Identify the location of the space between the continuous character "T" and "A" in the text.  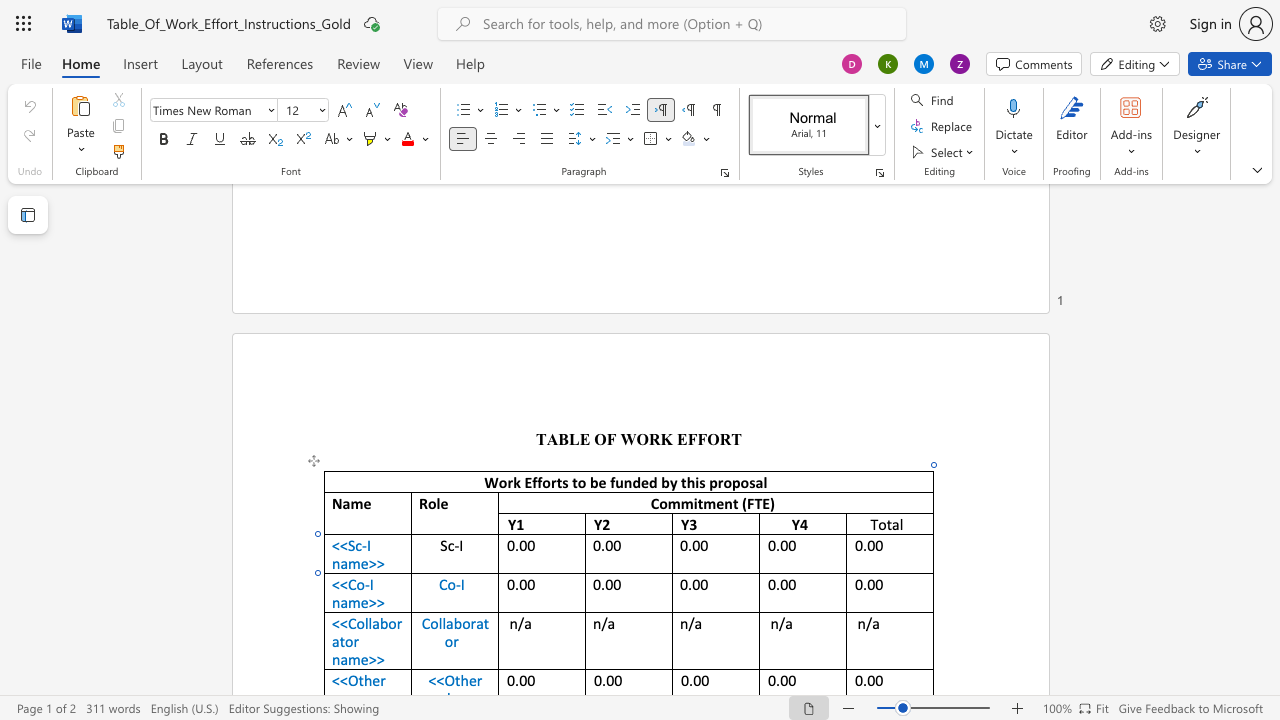
(546, 438).